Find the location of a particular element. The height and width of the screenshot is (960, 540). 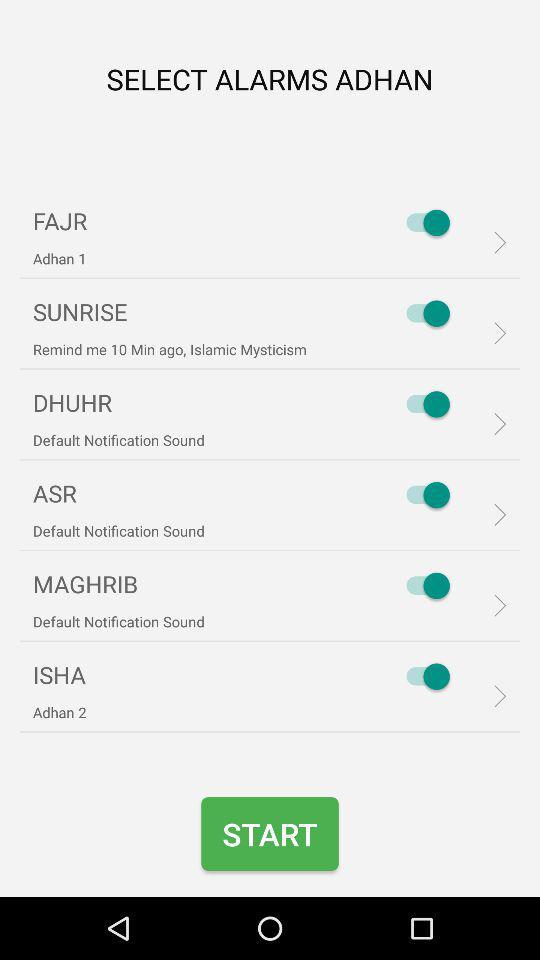

switch maghrib sound option is located at coordinates (422, 585).